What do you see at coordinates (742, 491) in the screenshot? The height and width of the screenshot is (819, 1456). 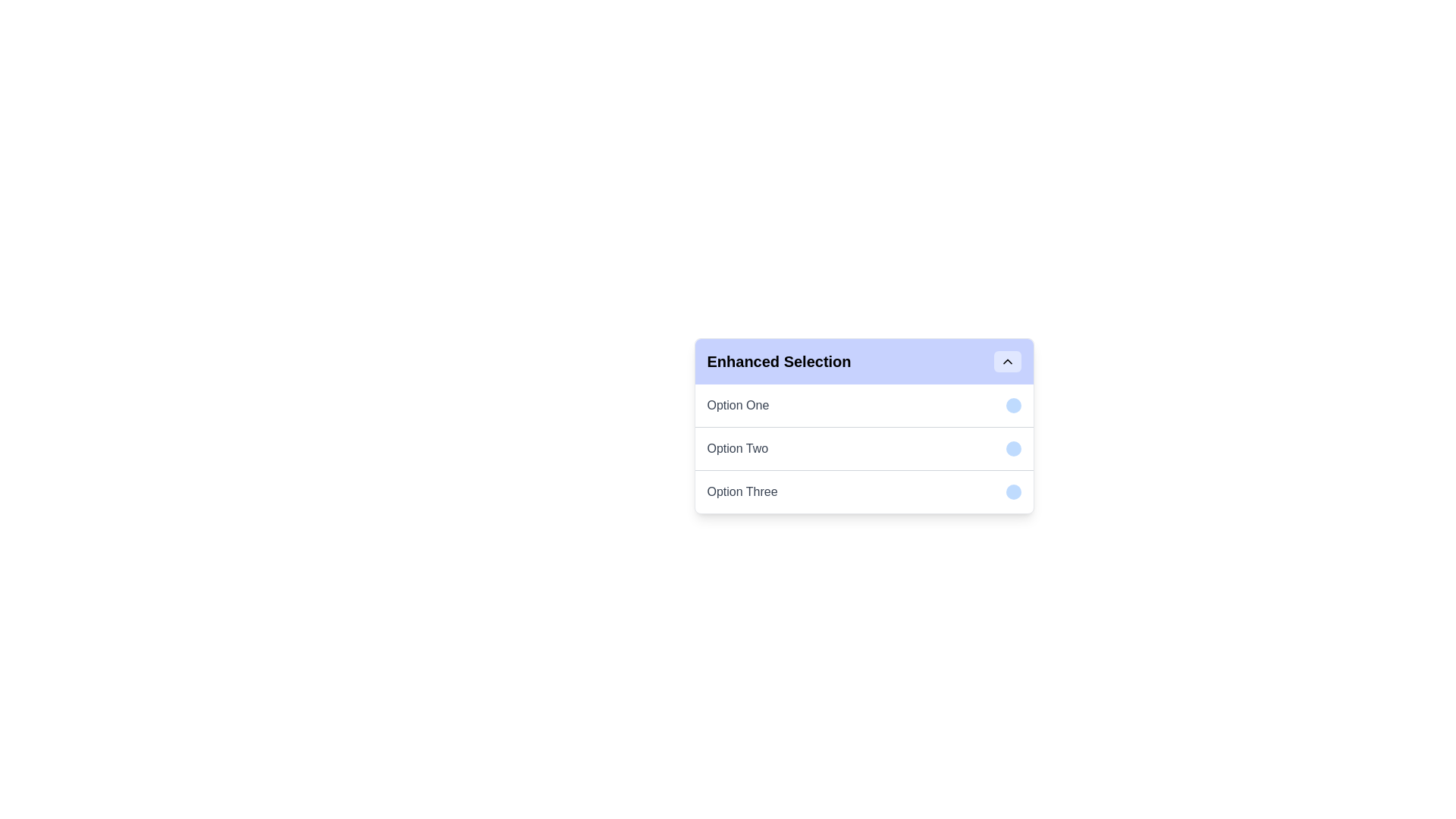 I see `text label displaying 'Option Three', which is part of a vertical list under the title 'Enhanced Selection'` at bounding box center [742, 491].